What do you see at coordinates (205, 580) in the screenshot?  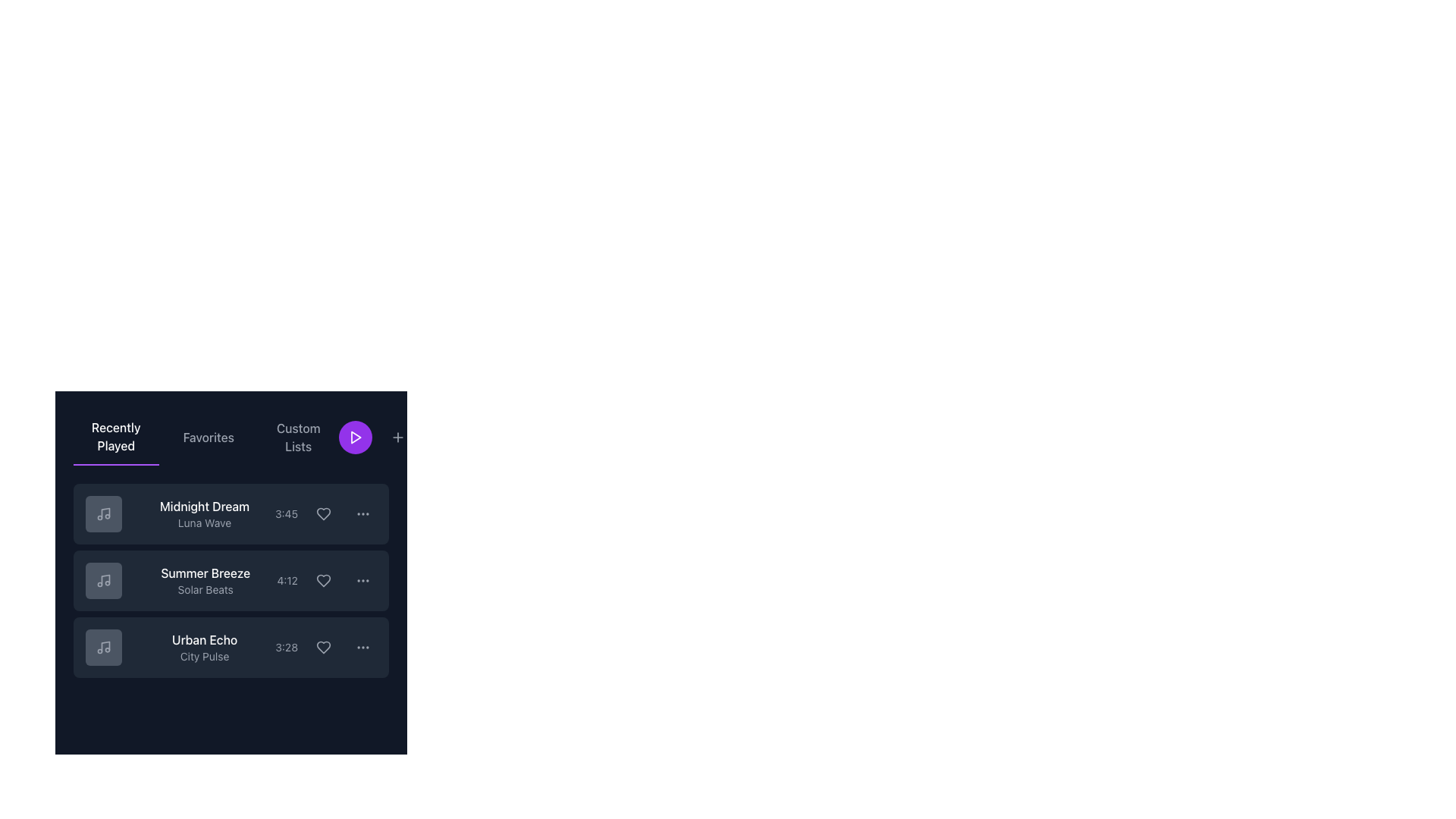 I see `the Text display component displaying 'Summer Breeze' and 'Solar Beats', which is located in the second row of the track list` at bounding box center [205, 580].